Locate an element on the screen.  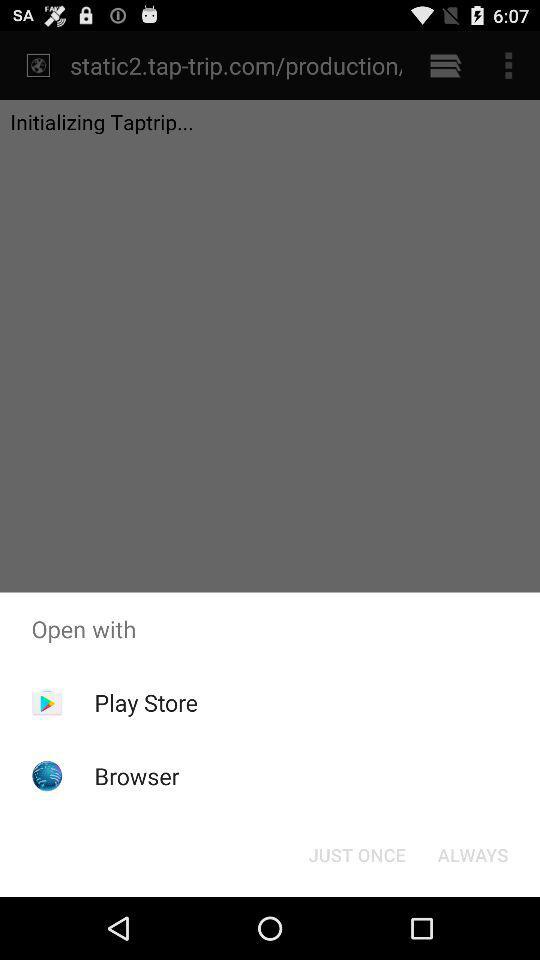
icon to the left of always icon is located at coordinates (356, 853).